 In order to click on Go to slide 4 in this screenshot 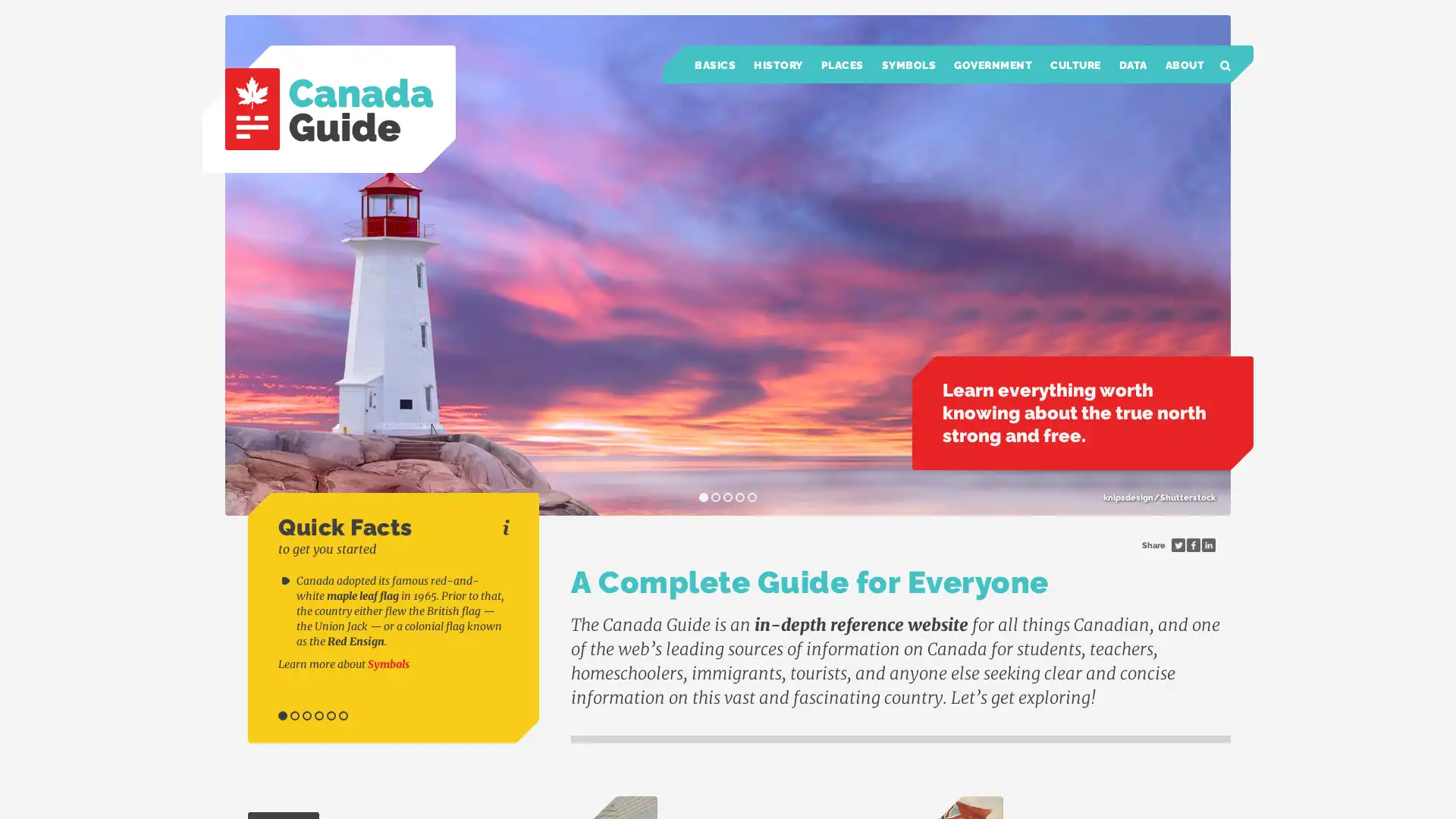, I will do `click(318, 716)`.